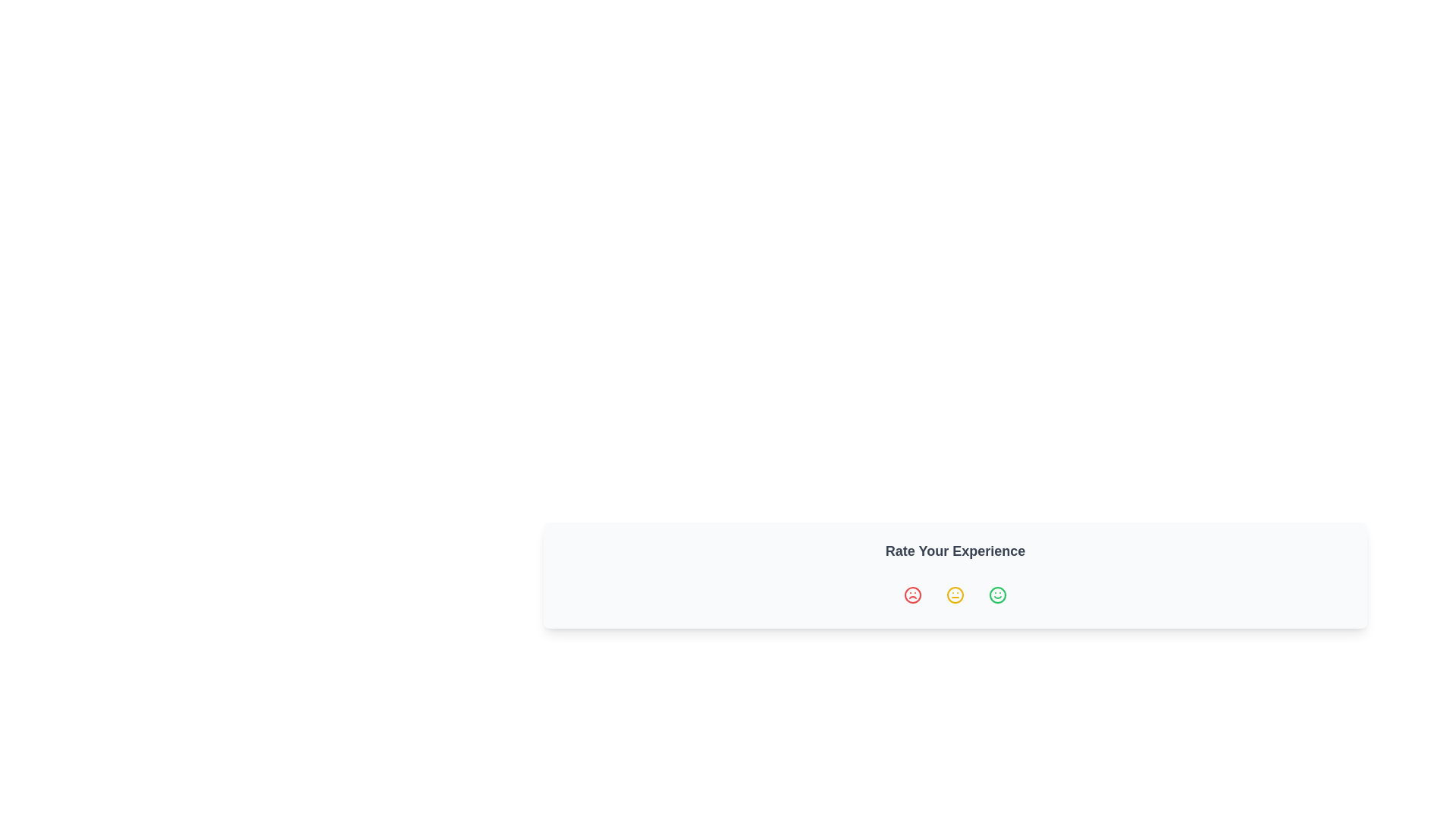 This screenshot has height=819, width=1456. What do you see at coordinates (997, 595) in the screenshot?
I see `the happy face icon, which is the rightmost SVG circle in the row of emotive face icons indicating user satisfaction` at bounding box center [997, 595].